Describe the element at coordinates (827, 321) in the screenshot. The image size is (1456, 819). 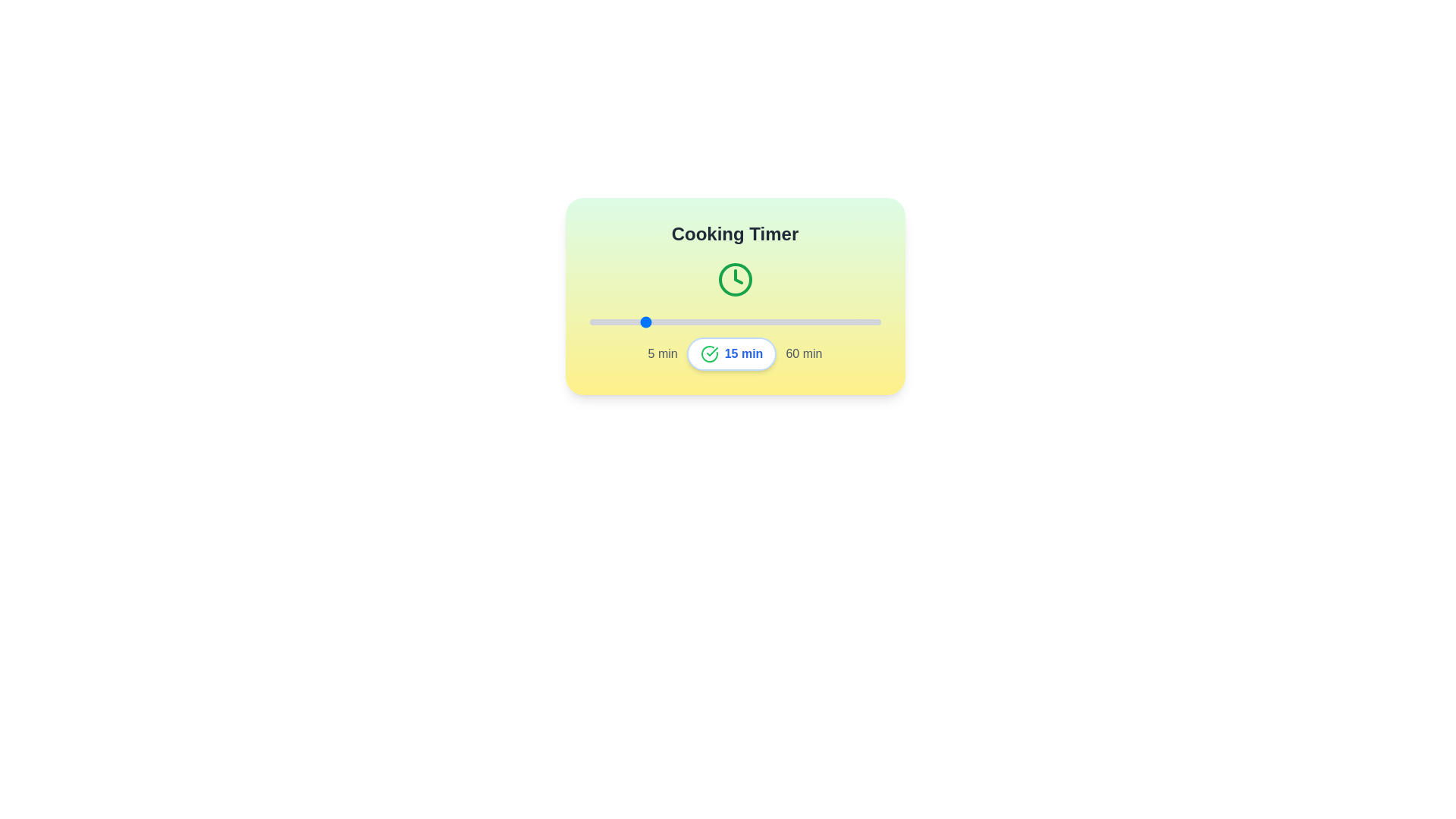
I see `cooking timer` at that location.